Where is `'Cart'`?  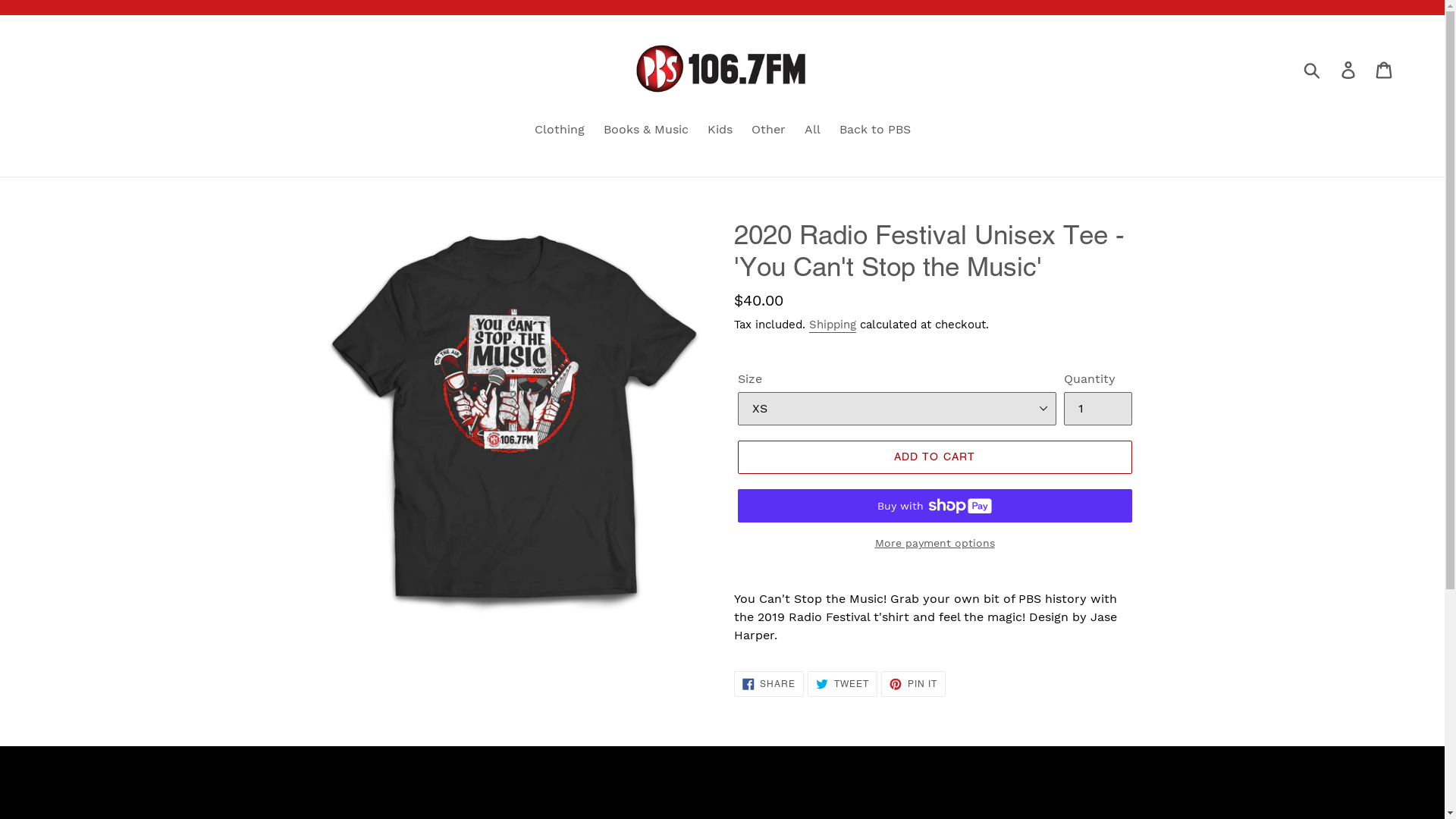 'Cart' is located at coordinates (1385, 70).